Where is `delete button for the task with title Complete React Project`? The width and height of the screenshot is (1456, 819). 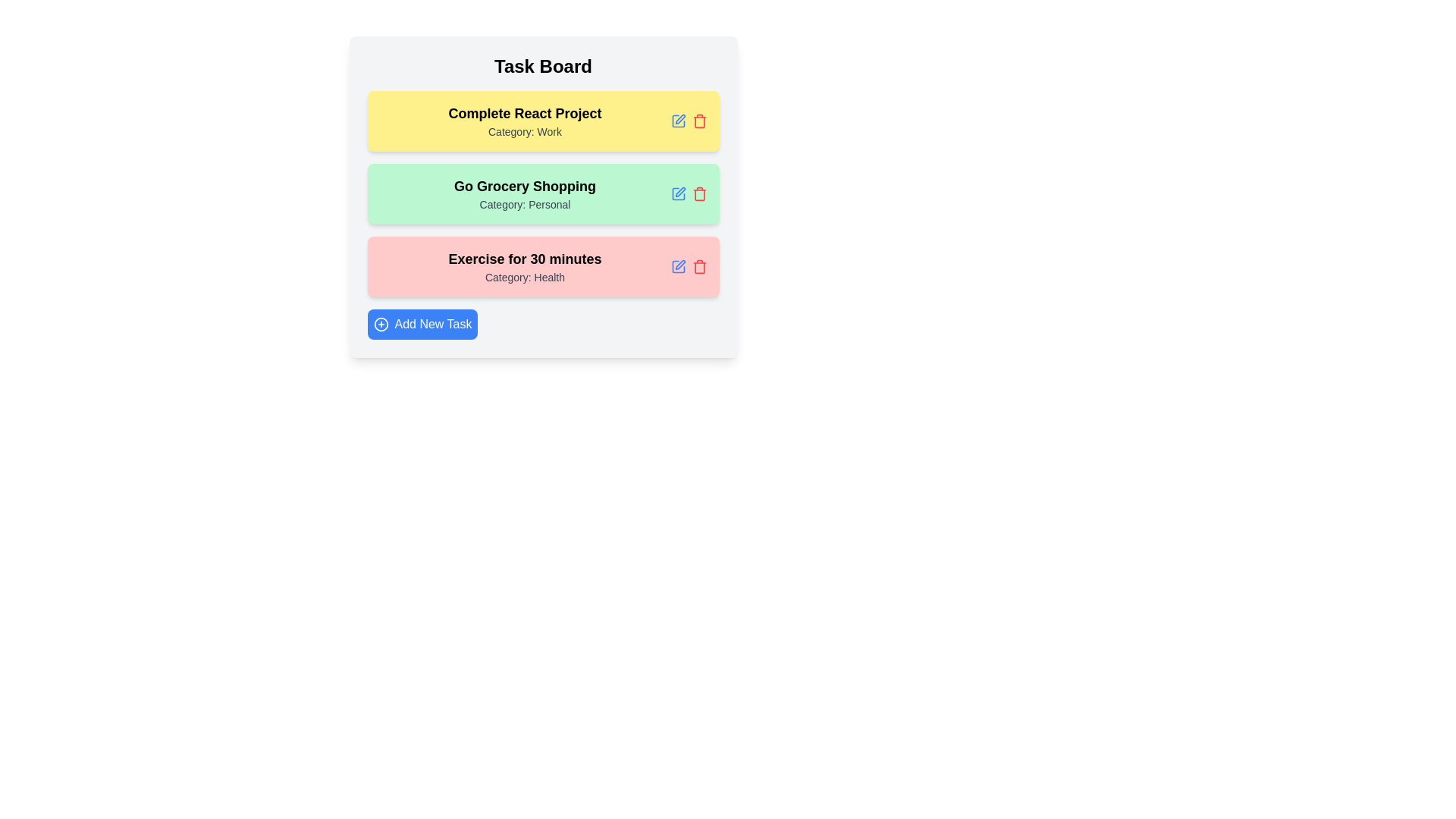
delete button for the task with title Complete React Project is located at coordinates (698, 120).